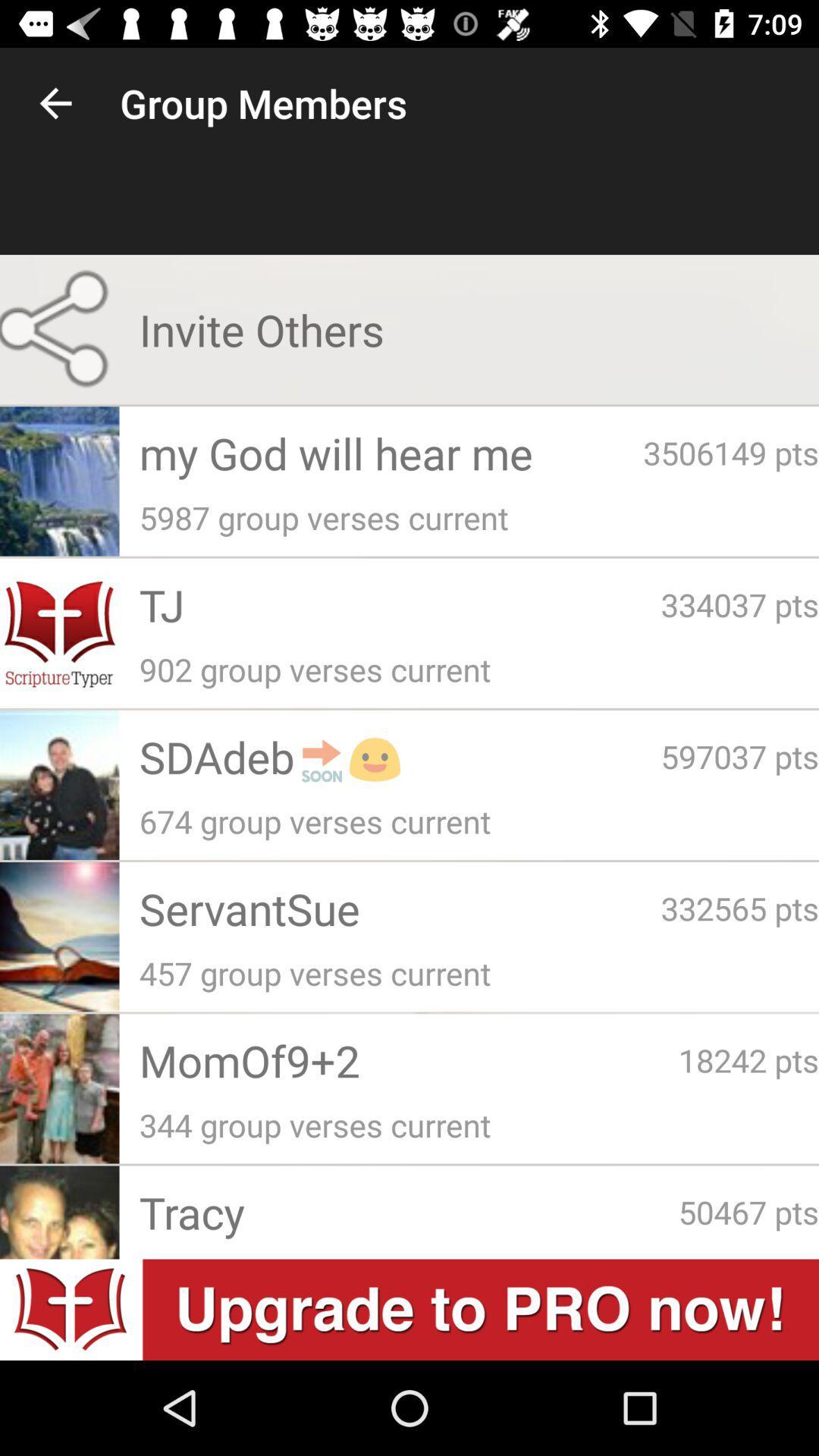  What do you see at coordinates (739, 756) in the screenshot?
I see `the icon above 674 group verses app` at bounding box center [739, 756].